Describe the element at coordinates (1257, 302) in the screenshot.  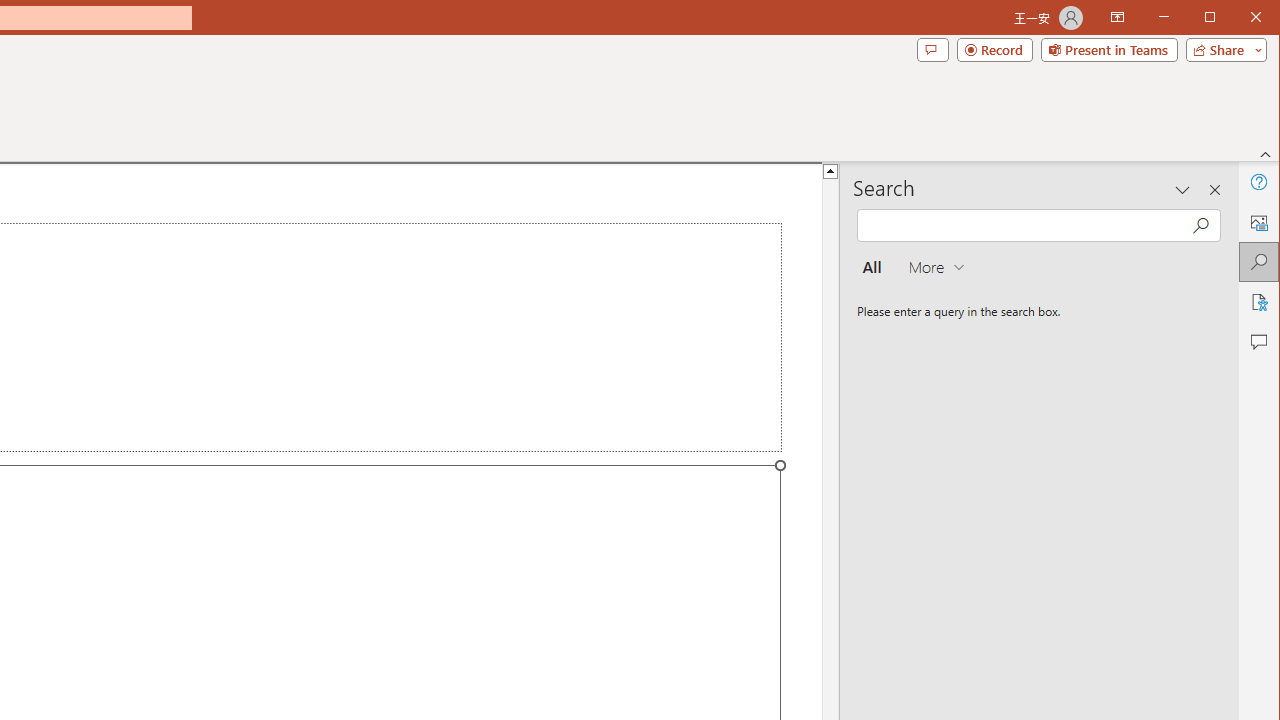
I see `'Accessibility'` at that location.